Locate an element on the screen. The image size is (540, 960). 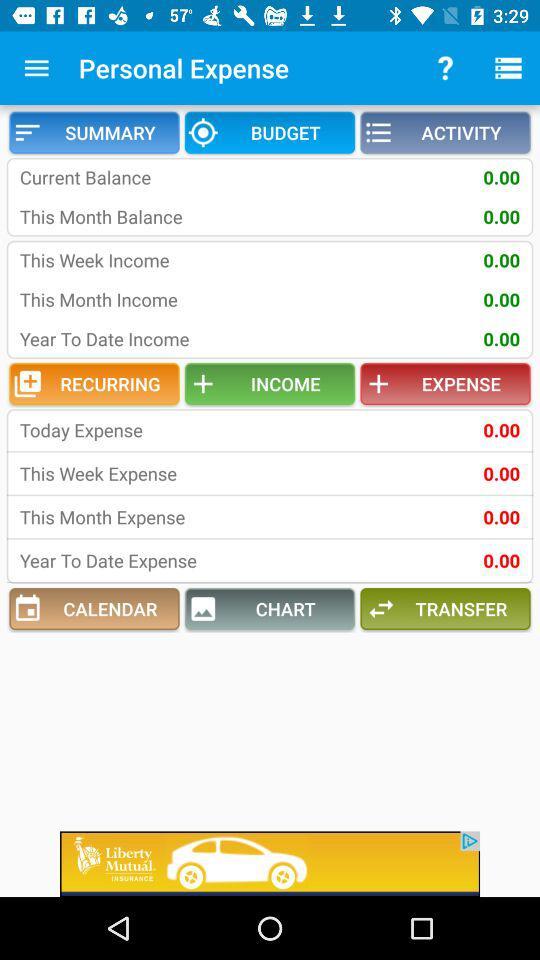
the item next to the summary icon is located at coordinates (270, 131).